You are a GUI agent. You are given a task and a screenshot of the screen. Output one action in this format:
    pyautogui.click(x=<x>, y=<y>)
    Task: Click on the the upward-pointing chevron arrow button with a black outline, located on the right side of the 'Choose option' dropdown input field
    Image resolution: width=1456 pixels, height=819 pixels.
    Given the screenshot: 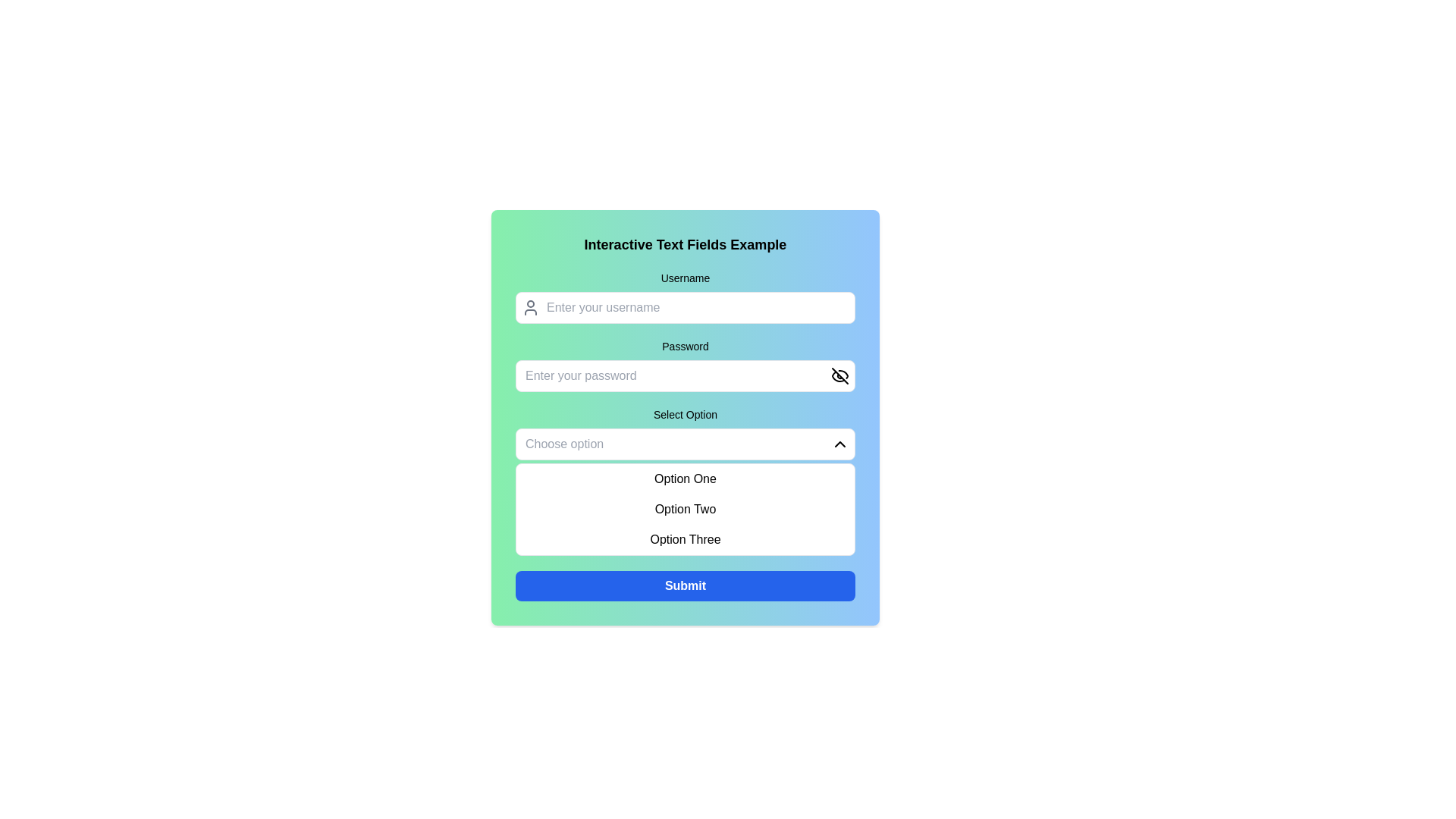 What is the action you would take?
    pyautogui.click(x=839, y=444)
    